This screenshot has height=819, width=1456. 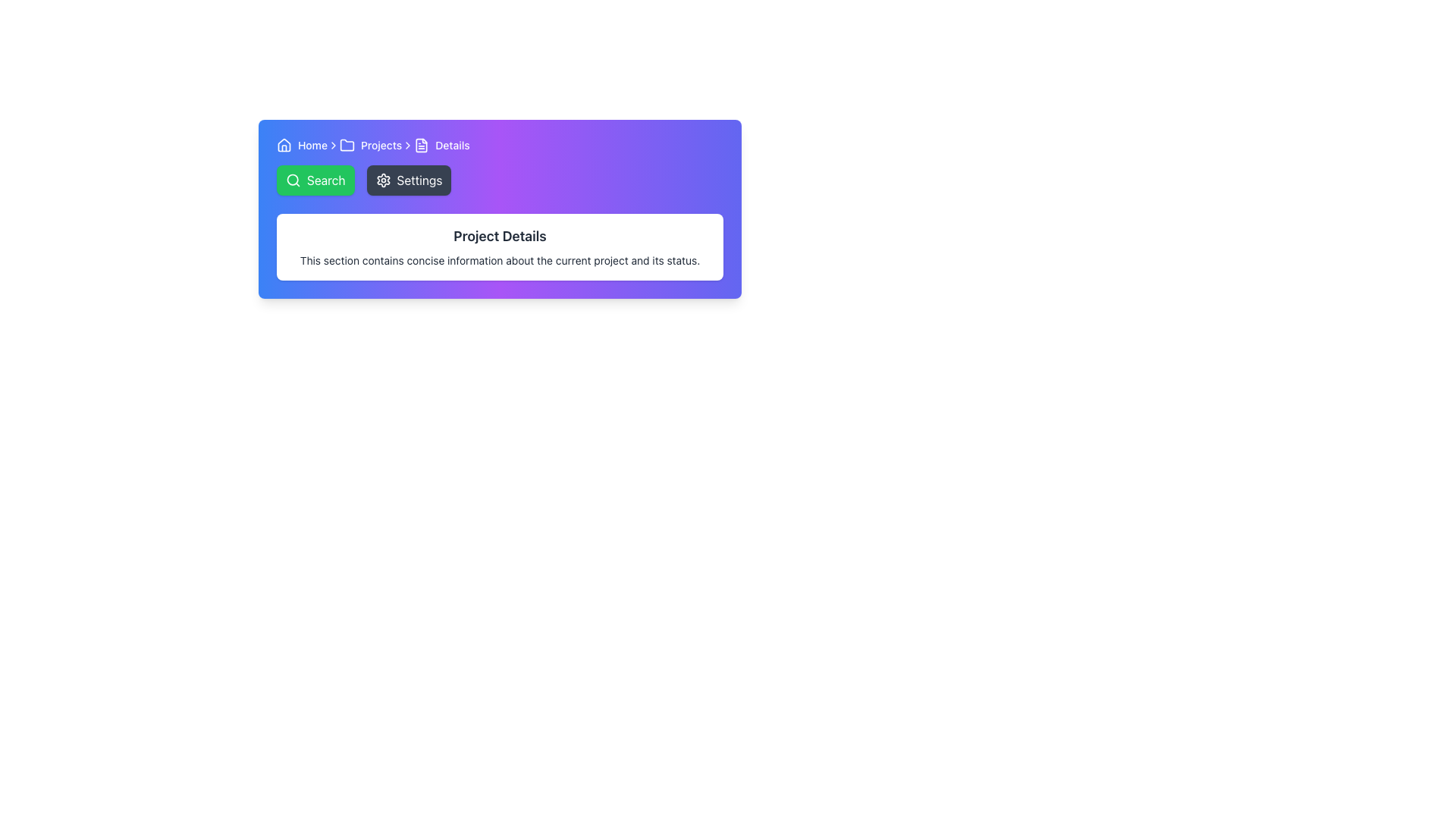 What do you see at coordinates (422, 146) in the screenshot?
I see `the file icon in the breadcrumb navigation bar, which is the second item between the 'Projects' folder icon and the 'Details' text label` at bounding box center [422, 146].